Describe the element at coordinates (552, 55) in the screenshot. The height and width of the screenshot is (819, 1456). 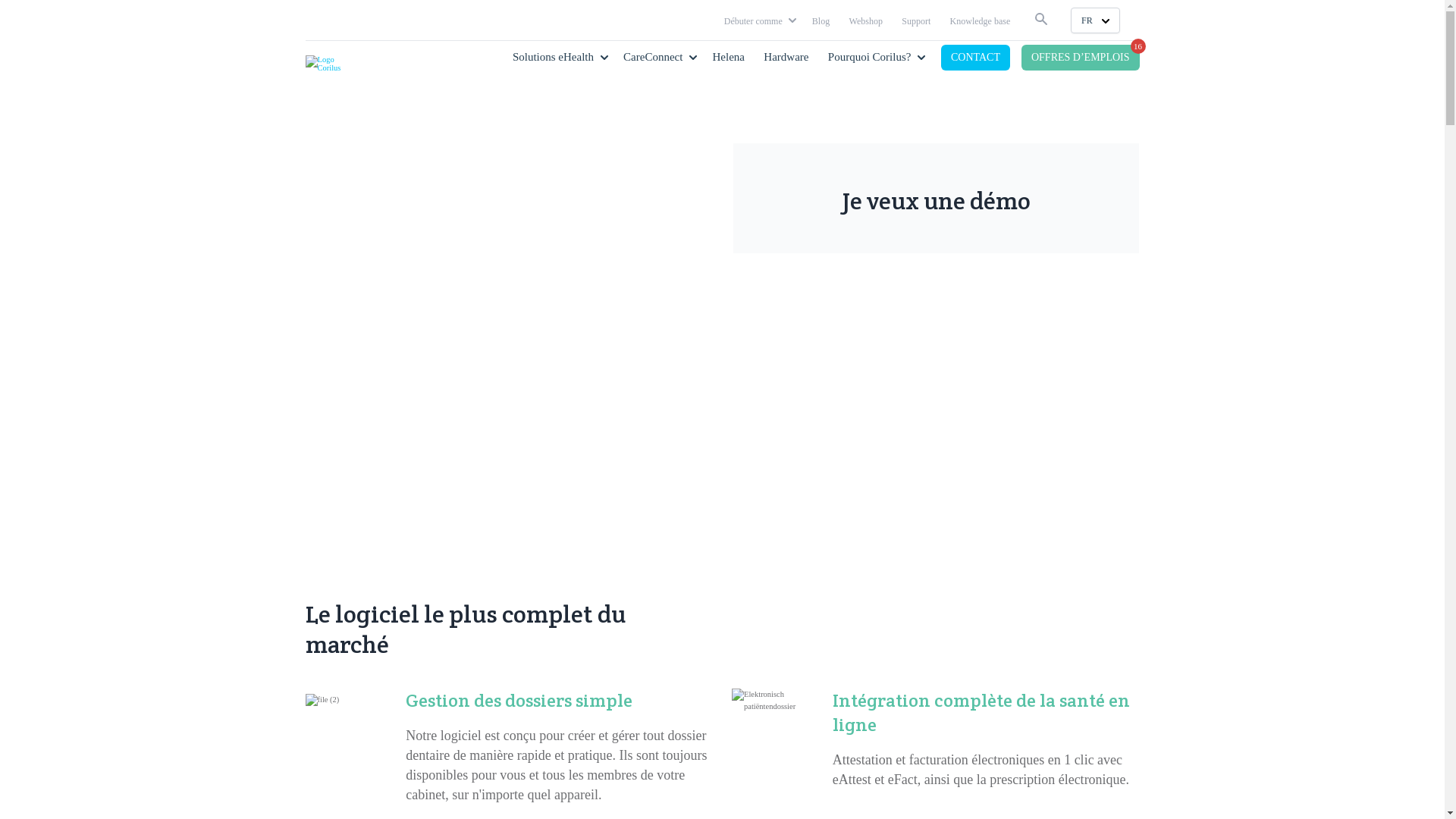
I see `'Solutions eHealth'` at that location.